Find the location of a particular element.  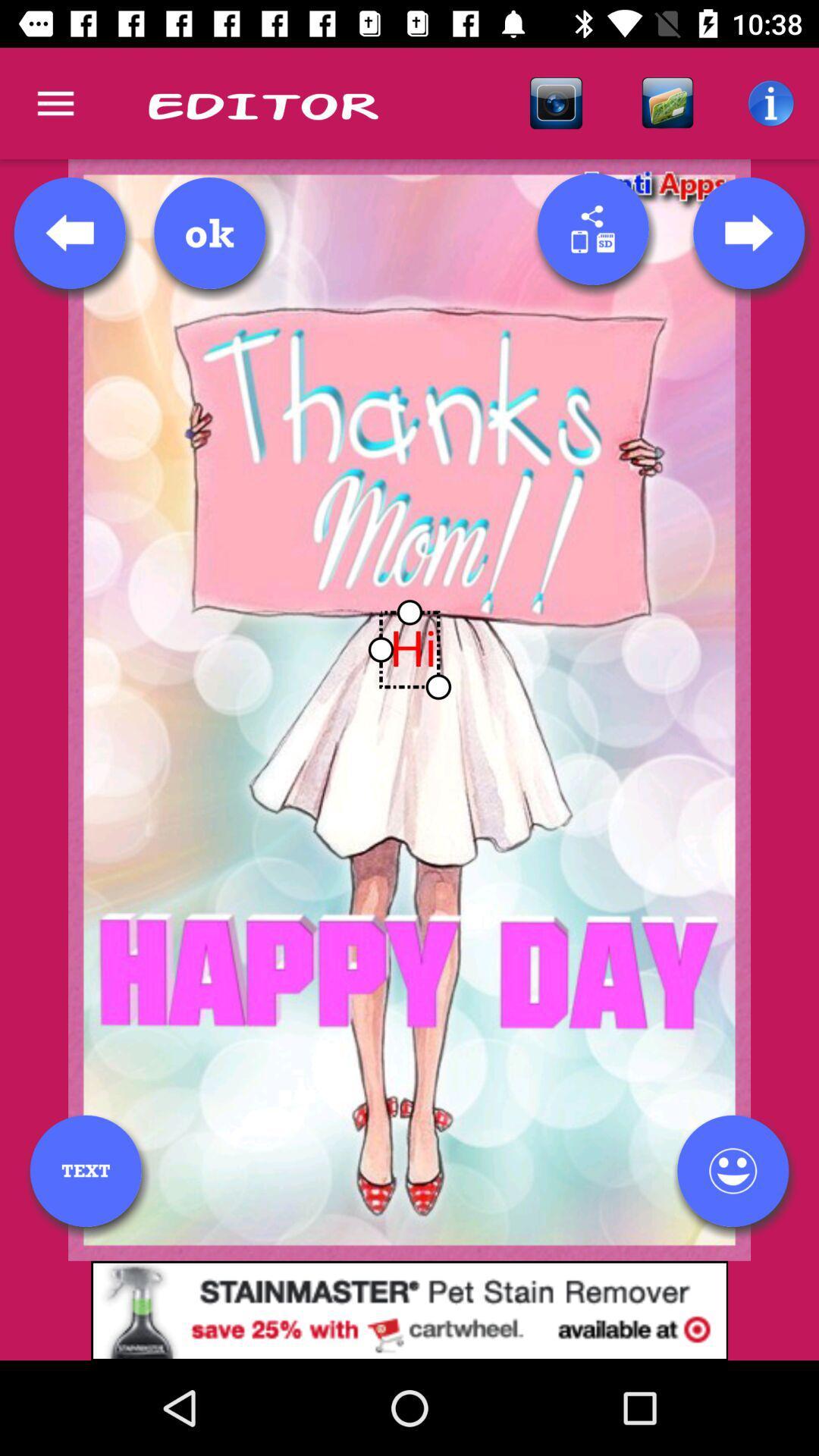

the emoji icon is located at coordinates (732, 1170).